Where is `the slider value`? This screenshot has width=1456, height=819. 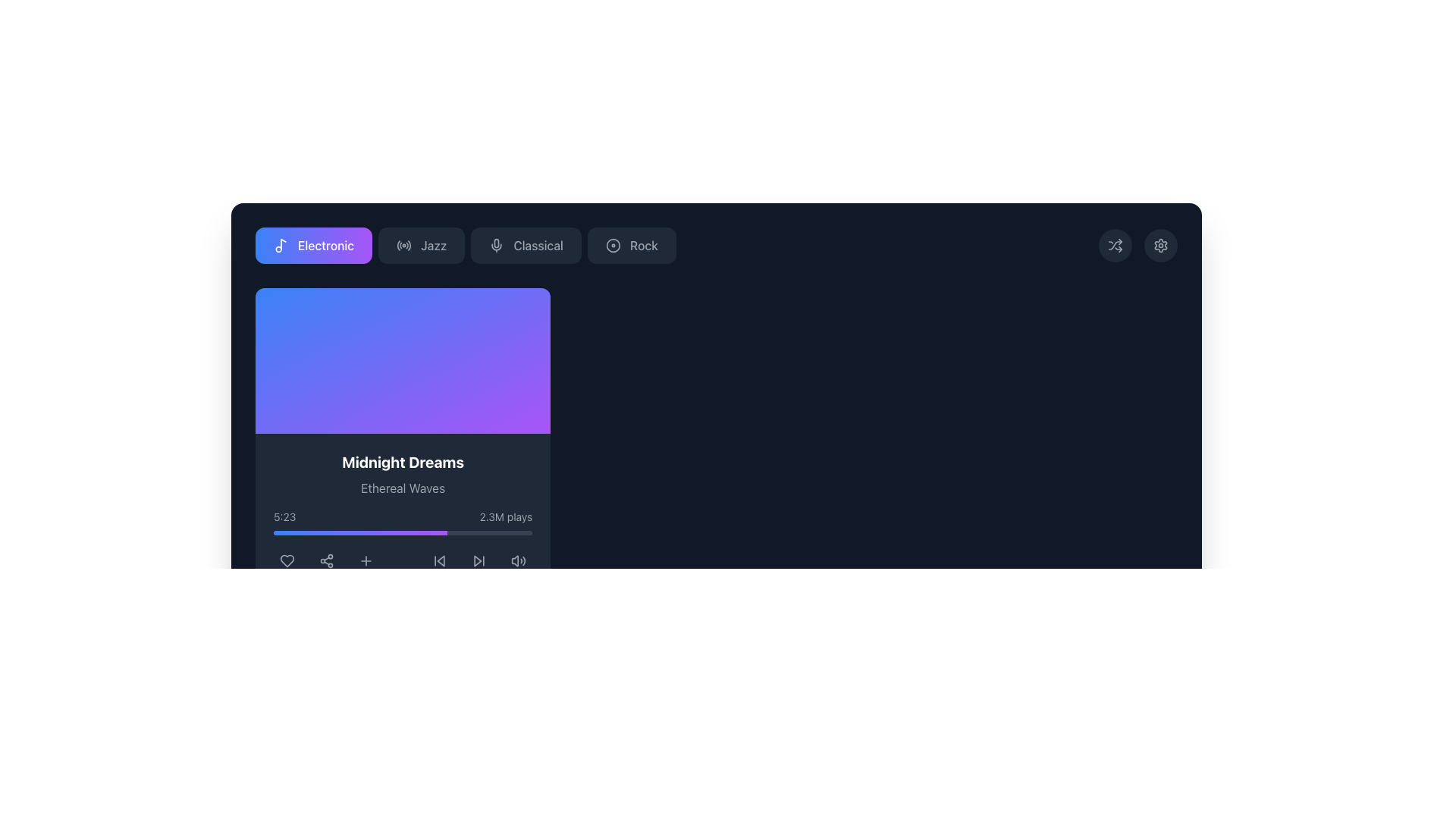
the slider value is located at coordinates (340, 532).